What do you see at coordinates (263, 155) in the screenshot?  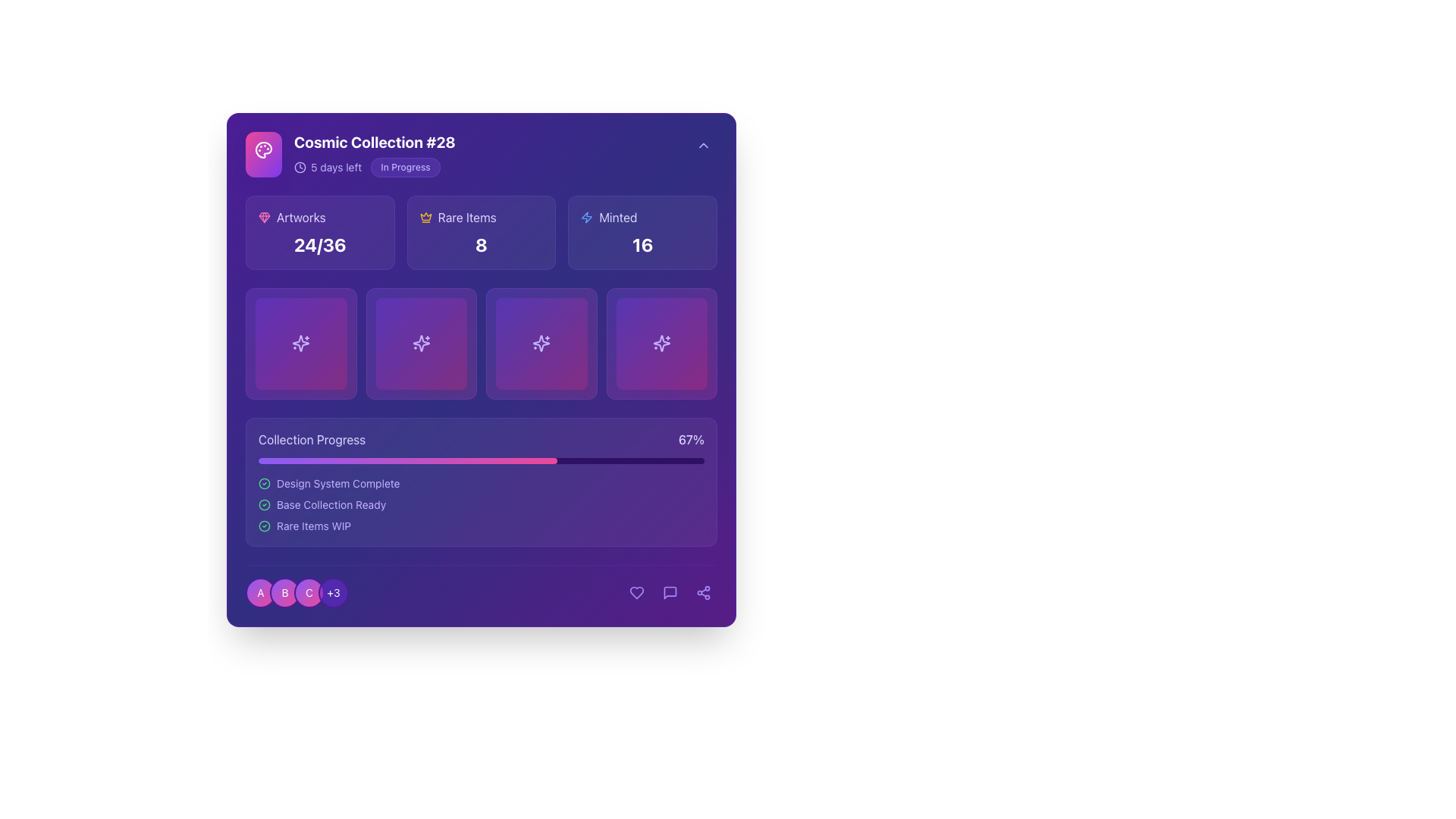 I see `the decorative icon located at the top-left corner of the header section of the card labeled 'Cosmic Collection #28', which is positioned to the left of the text 'Cosmic Collection #28'` at bounding box center [263, 155].